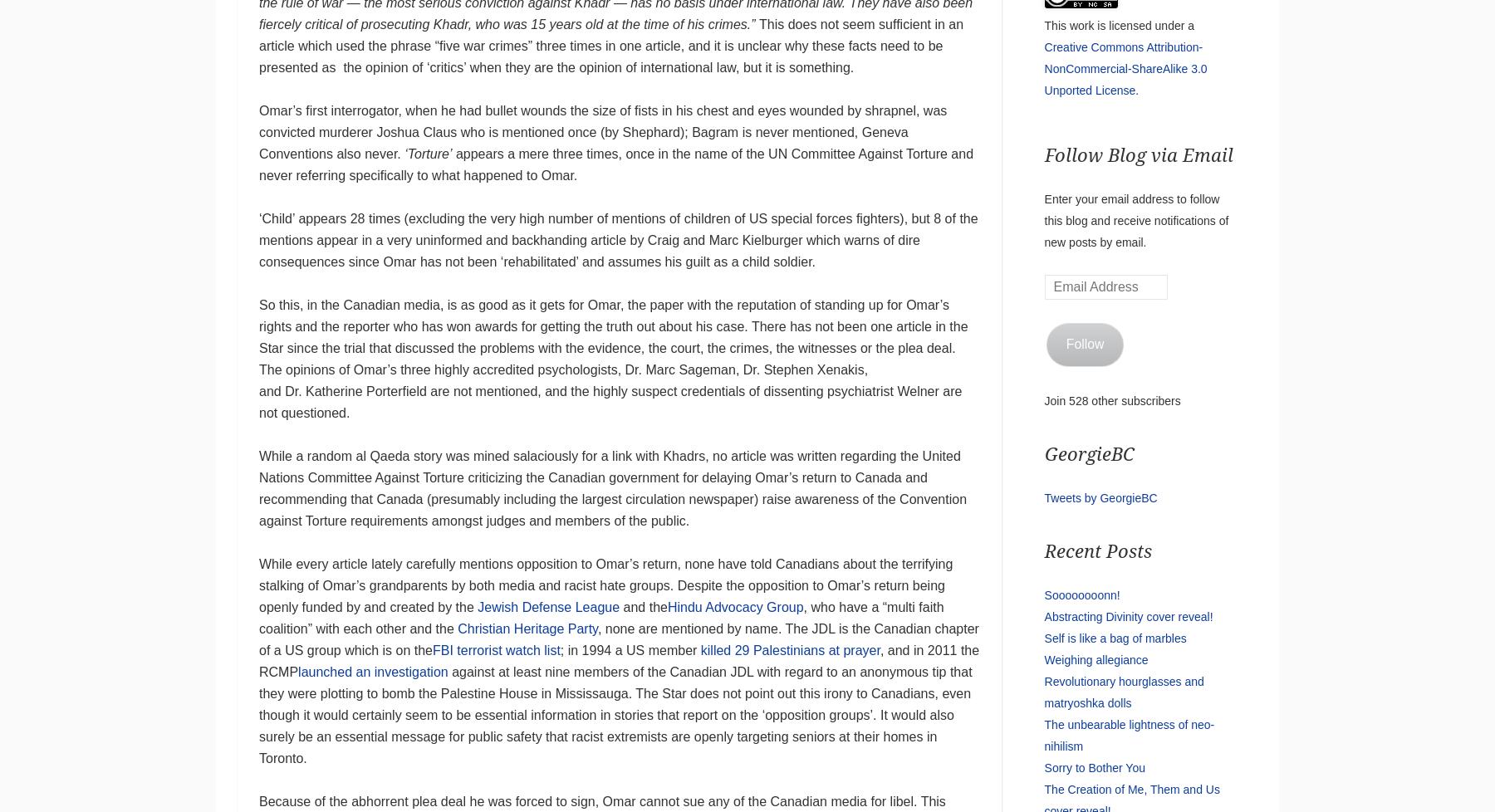  I want to click on 'Creative Commons Attribution-NonCommercial-ShareAlike 3.0 Unported License', so click(1125, 67).